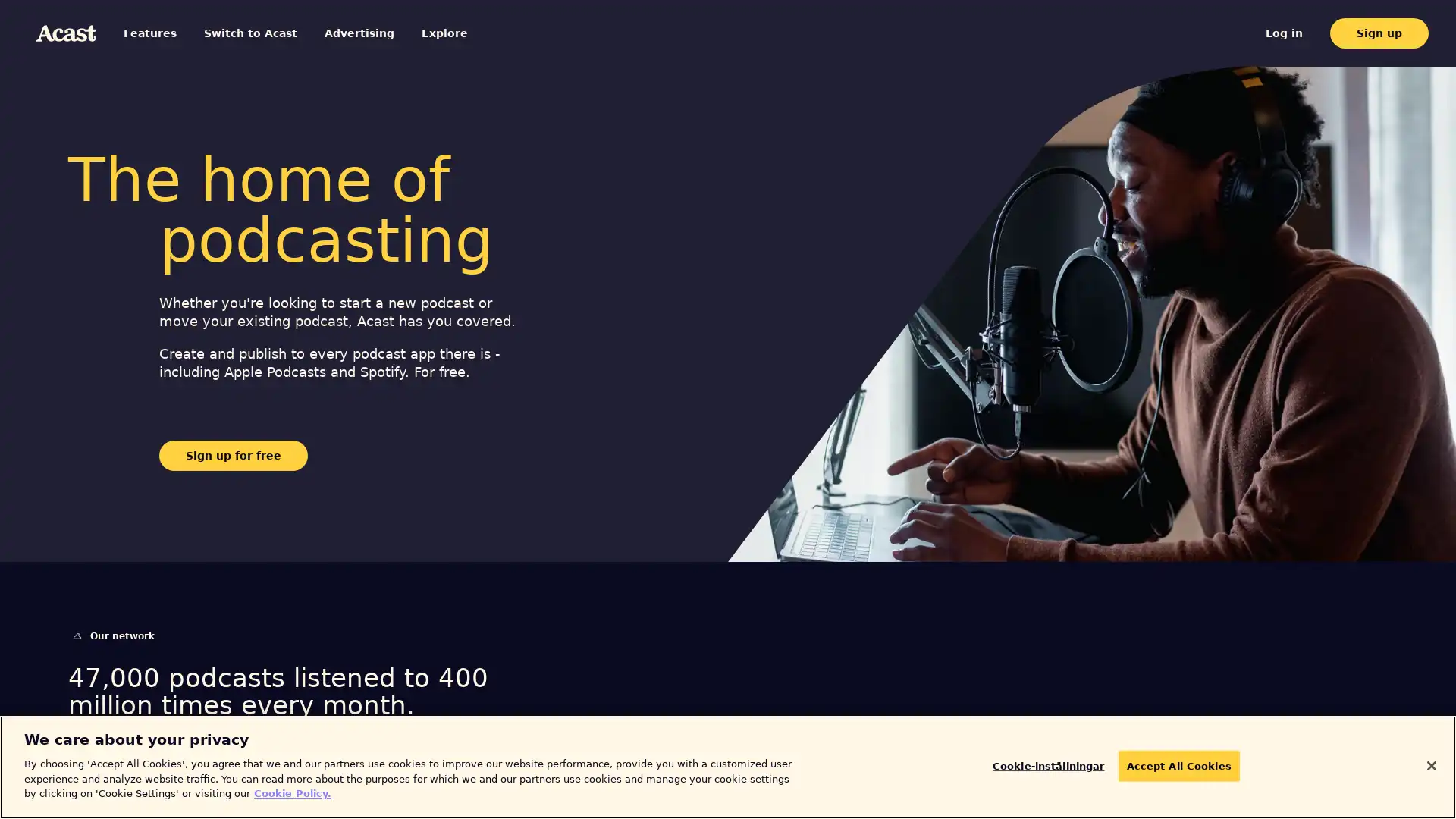 This screenshot has width=1456, height=819. I want to click on Go to the homepage, so click(65, 33).